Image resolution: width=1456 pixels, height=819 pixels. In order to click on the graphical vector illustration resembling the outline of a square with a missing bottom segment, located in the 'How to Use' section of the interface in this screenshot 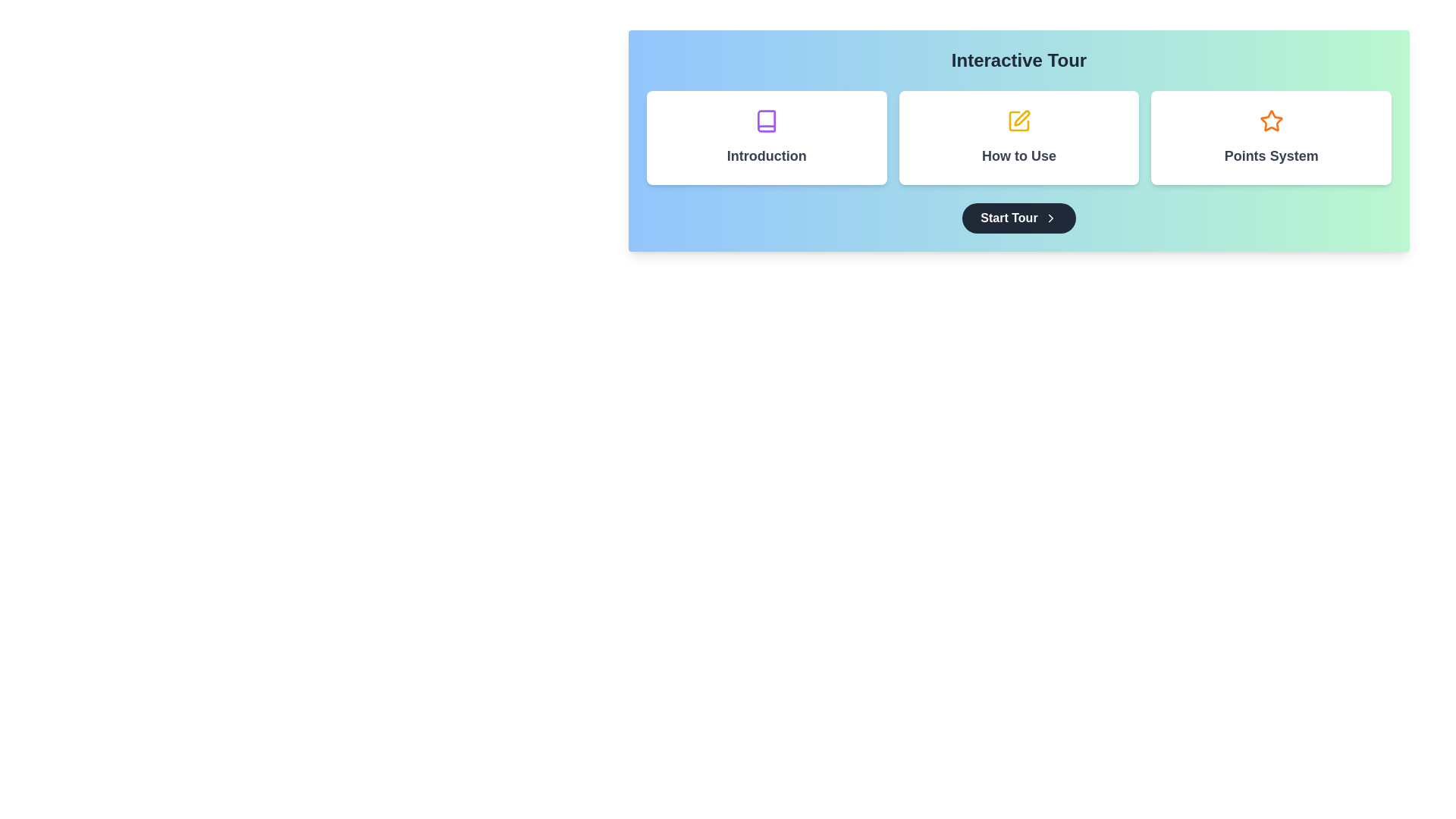, I will do `click(1019, 120)`.